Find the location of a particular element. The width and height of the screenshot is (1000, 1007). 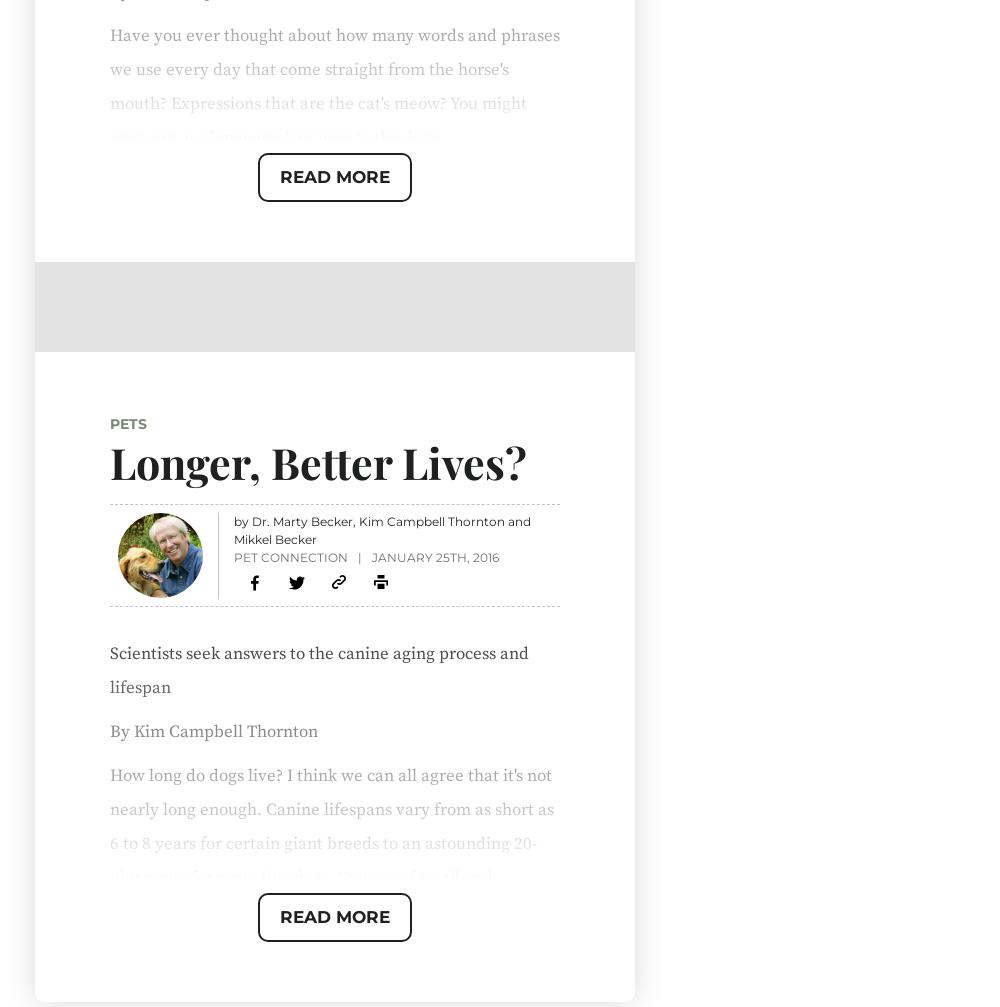

'January 25th, 2016' is located at coordinates (434, 555).